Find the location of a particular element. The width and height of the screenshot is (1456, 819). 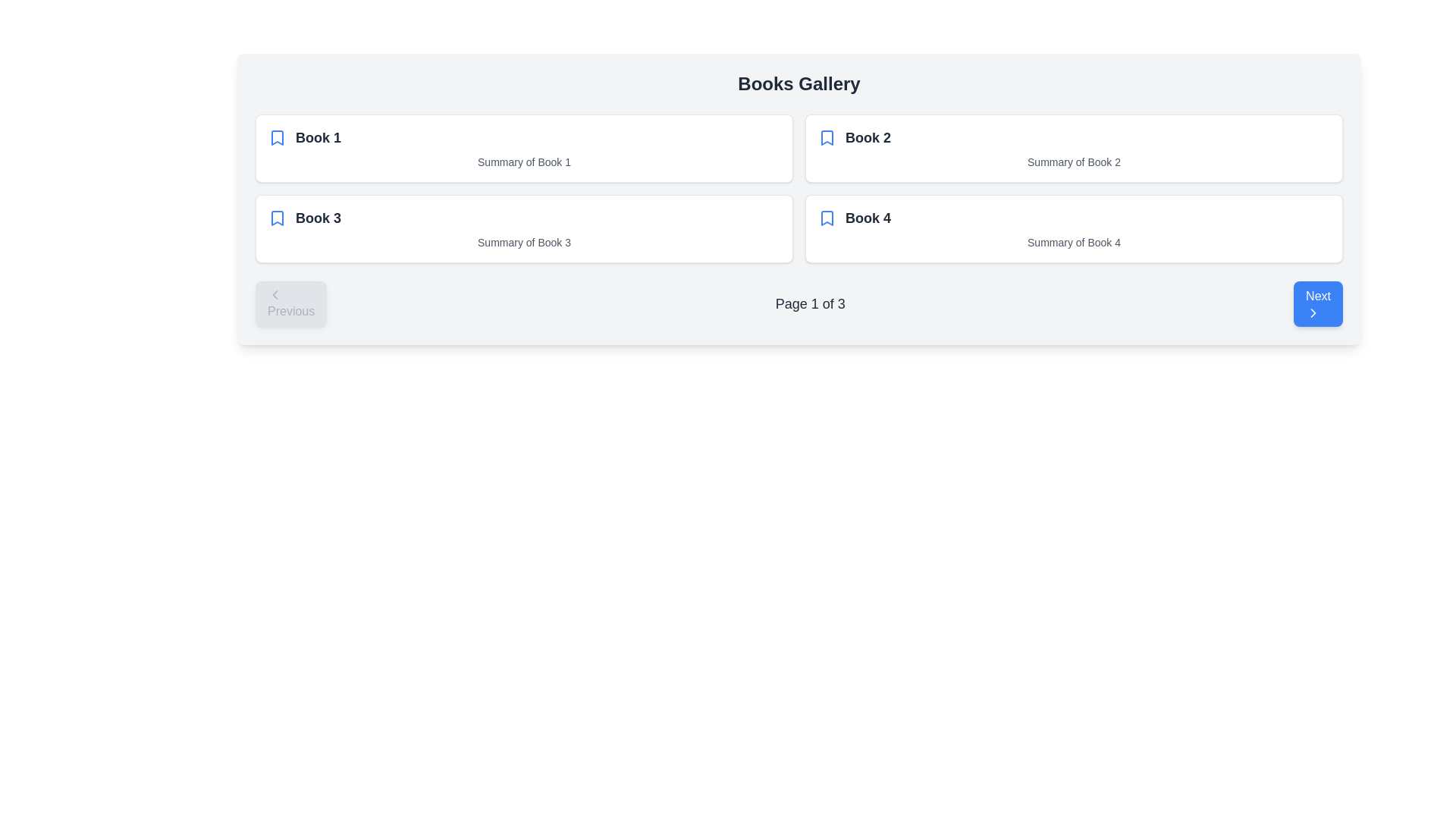

the text label displaying 'Book 1', which is styled with bold and larger font, dark gray color, and positioned next to a blue bookmark icon is located at coordinates (318, 137).